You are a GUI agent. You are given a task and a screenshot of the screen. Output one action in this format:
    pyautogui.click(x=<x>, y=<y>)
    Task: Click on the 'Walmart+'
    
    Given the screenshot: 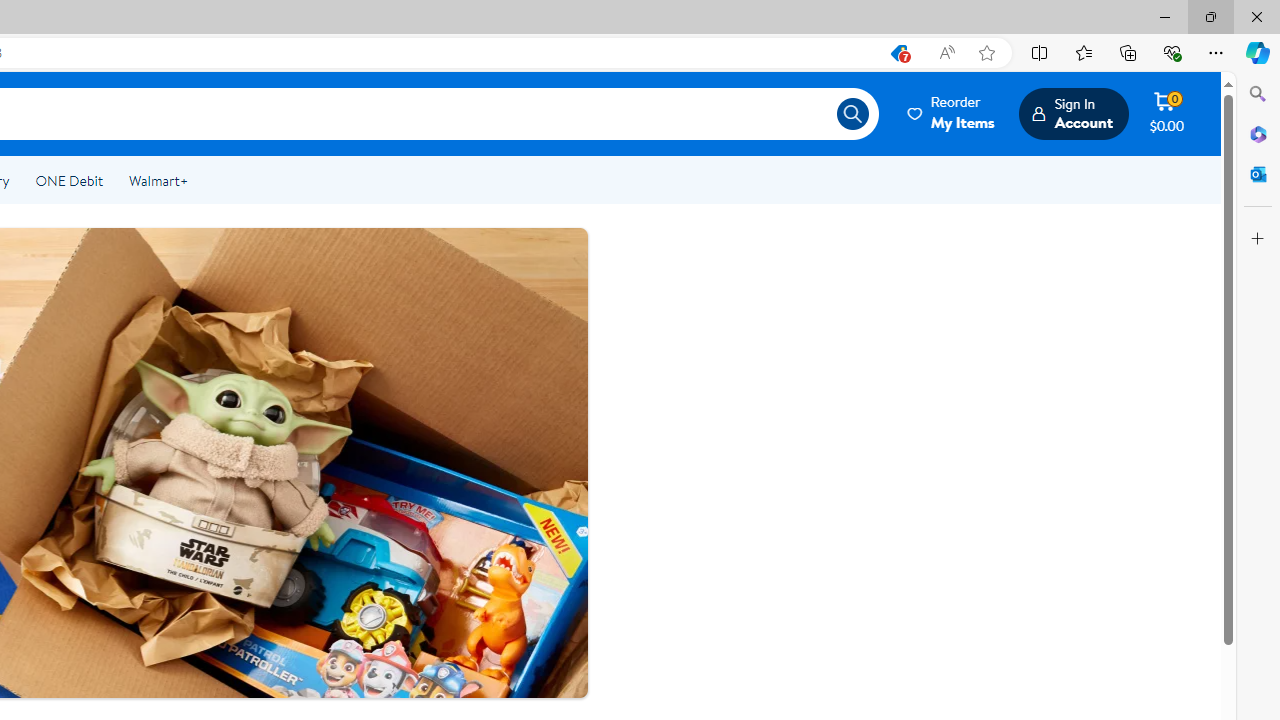 What is the action you would take?
    pyautogui.click(x=157, y=181)
    